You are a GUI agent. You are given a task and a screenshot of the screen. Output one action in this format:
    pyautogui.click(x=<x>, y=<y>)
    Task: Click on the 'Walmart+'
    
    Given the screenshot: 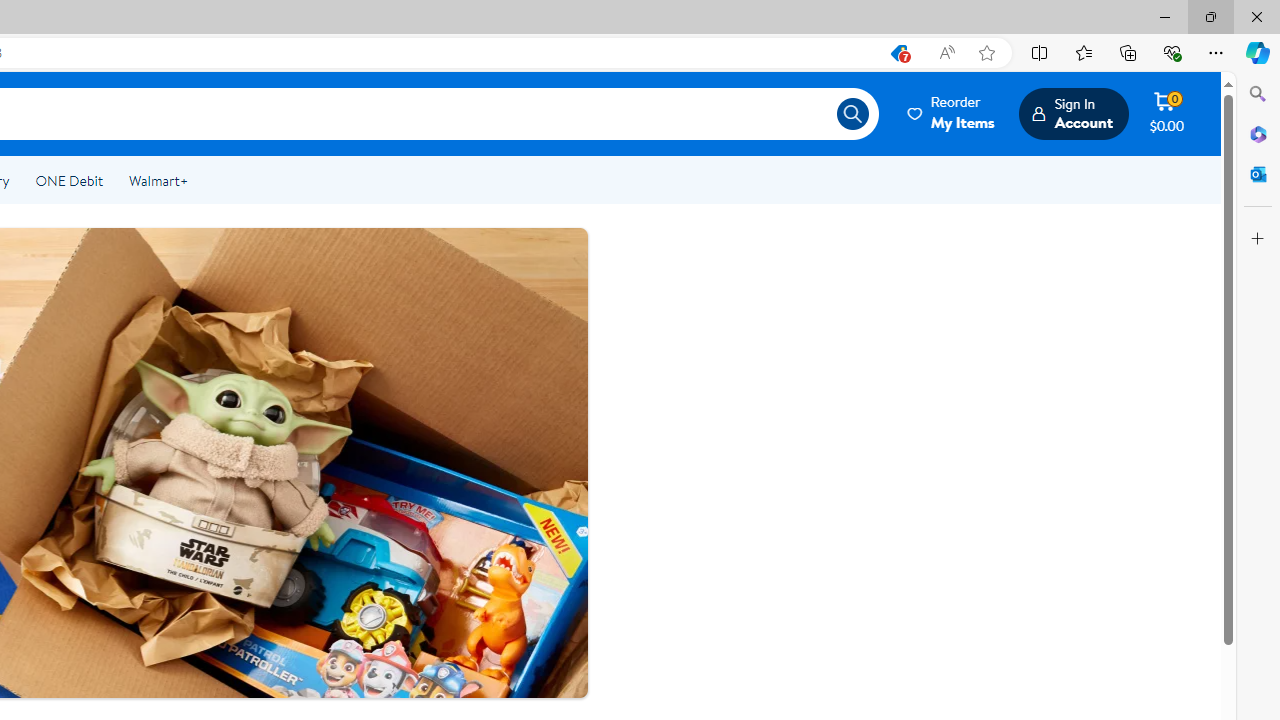 What is the action you would take?
    pyautogui.click(x=157, y=181)
    